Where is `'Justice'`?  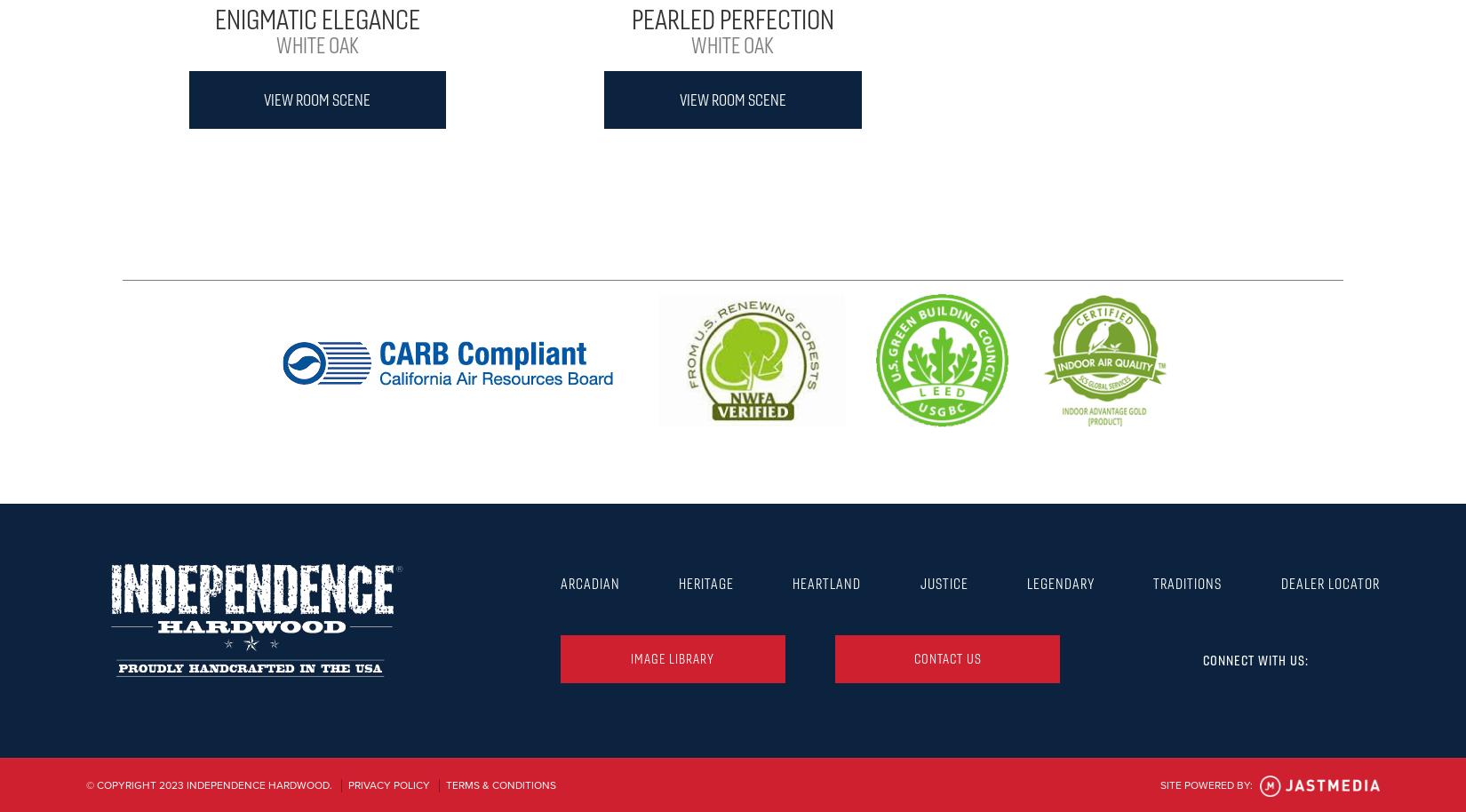
'Justice' is located at coordinates (943, 582).